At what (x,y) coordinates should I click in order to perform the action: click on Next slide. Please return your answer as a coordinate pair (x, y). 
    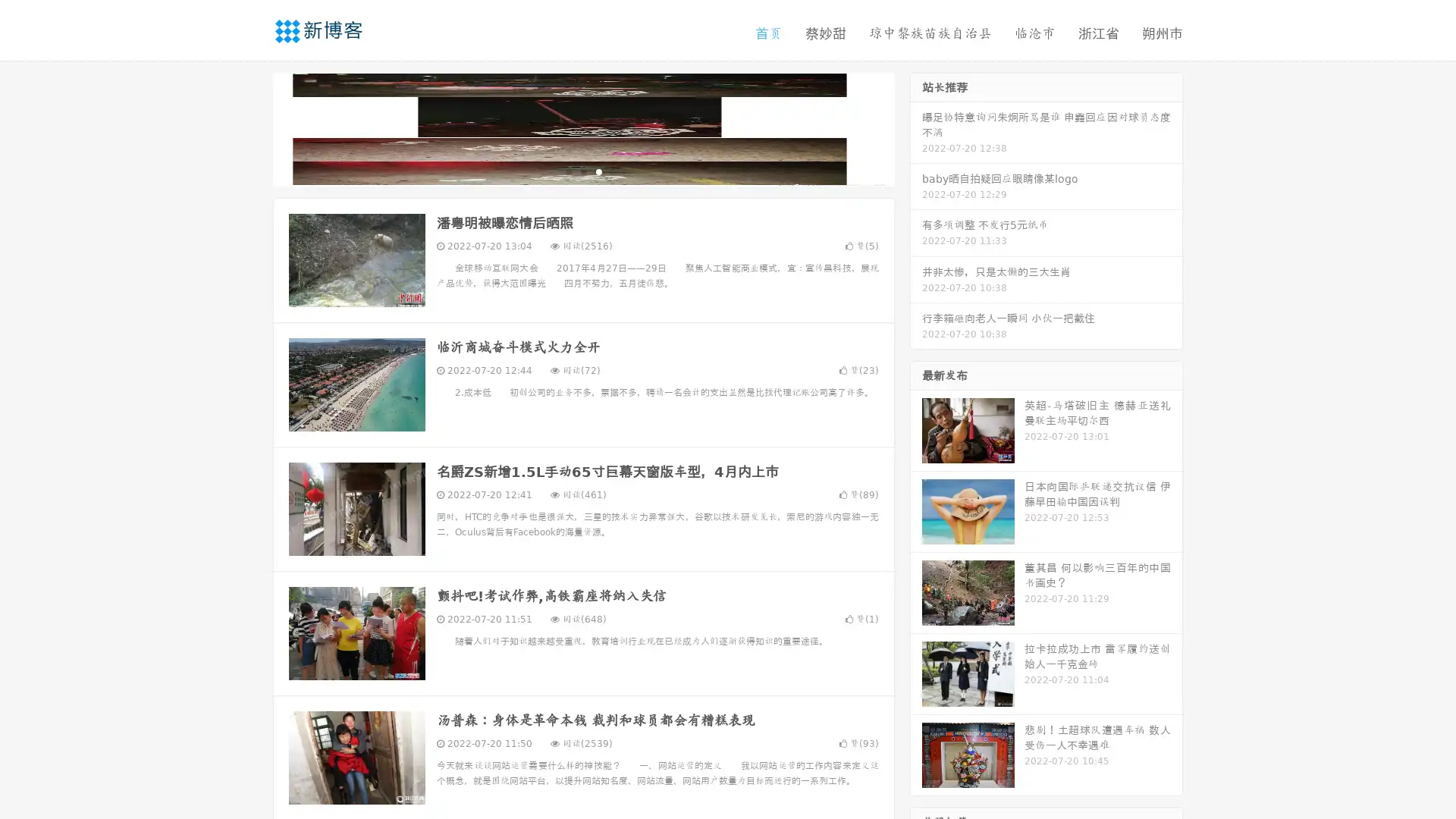
    Looking at the image, I should click on (916, 127).